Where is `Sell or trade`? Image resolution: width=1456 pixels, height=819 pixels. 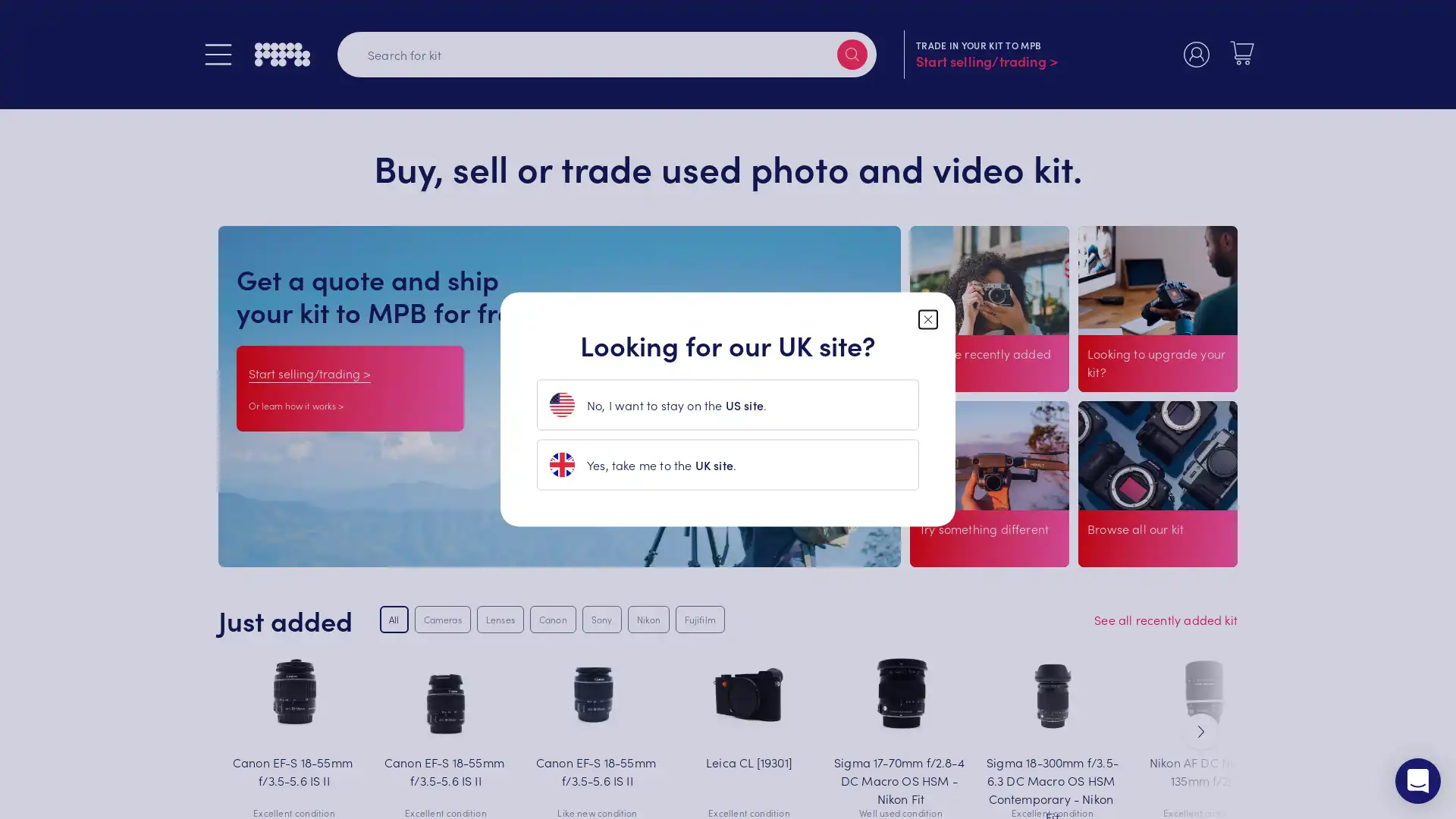
Sell or trade is located at coordinates (1128, 394).